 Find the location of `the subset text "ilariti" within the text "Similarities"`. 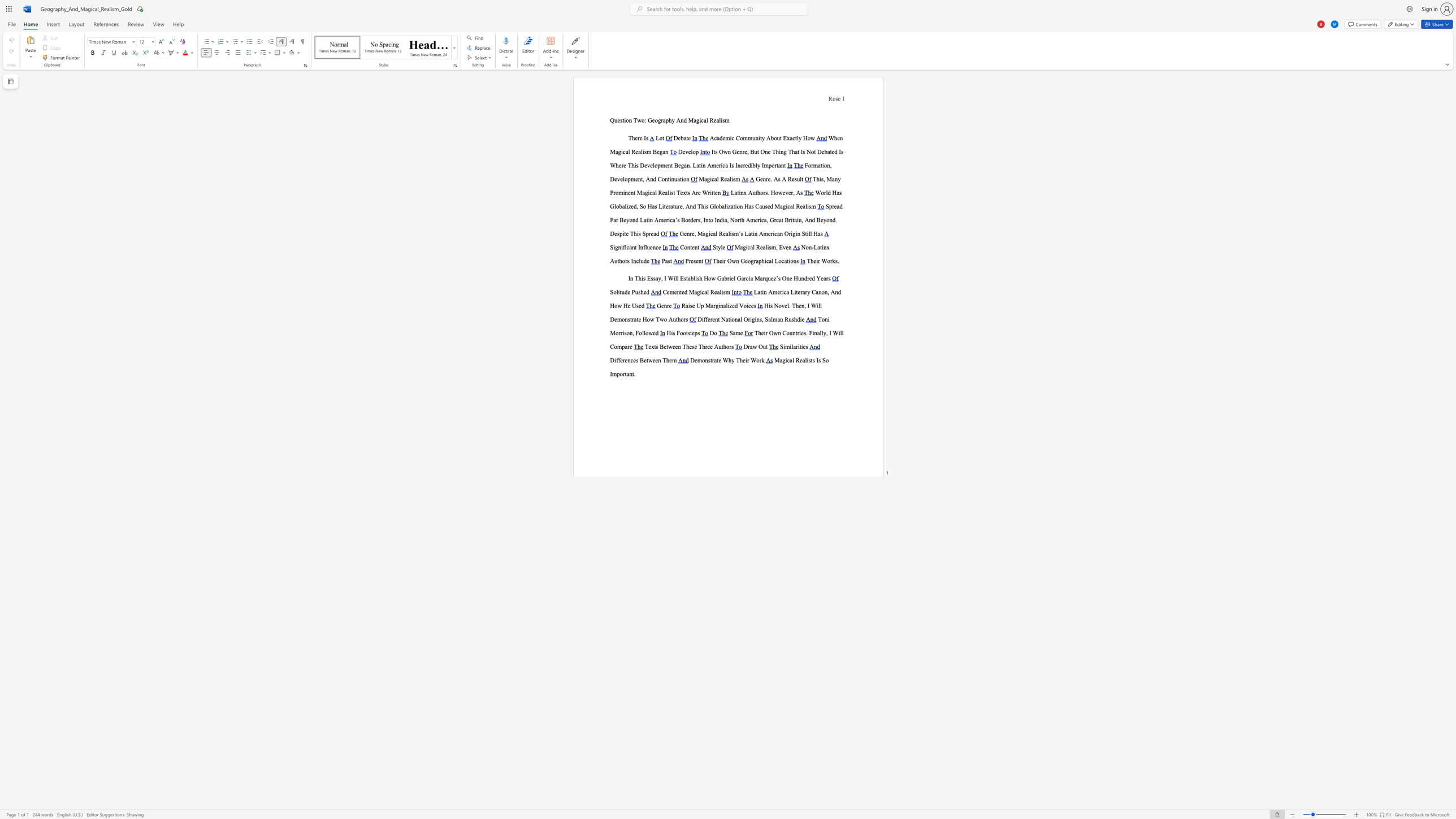

the subset text "ilariti" within the text "Similarities" is located at coordinates (790, 346).